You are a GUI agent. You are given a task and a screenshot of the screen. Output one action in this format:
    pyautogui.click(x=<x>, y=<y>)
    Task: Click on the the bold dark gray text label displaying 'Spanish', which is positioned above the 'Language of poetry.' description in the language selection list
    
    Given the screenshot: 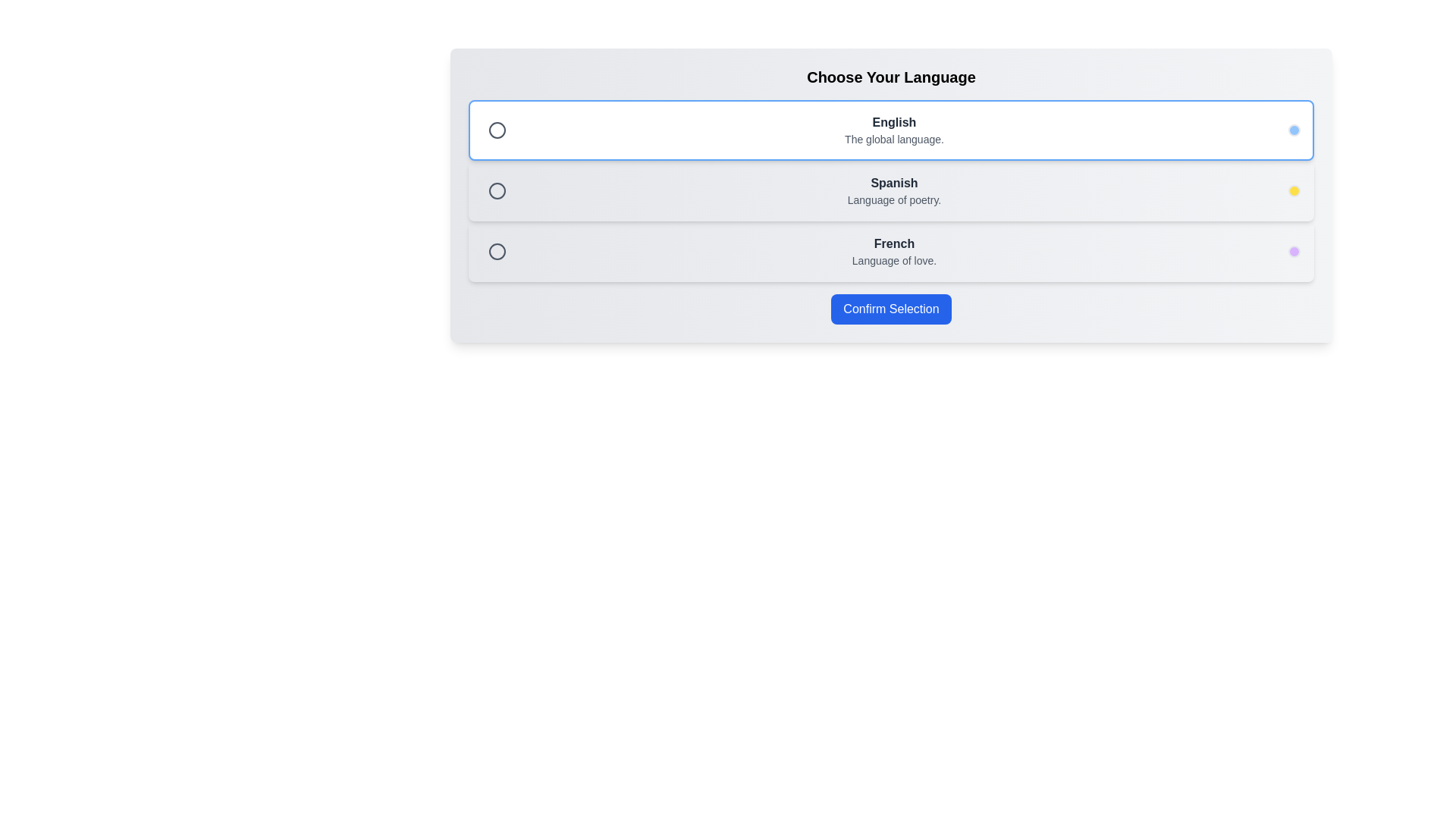 What is the action you would take?
    pyautogui.click(x=894, y=183)
    